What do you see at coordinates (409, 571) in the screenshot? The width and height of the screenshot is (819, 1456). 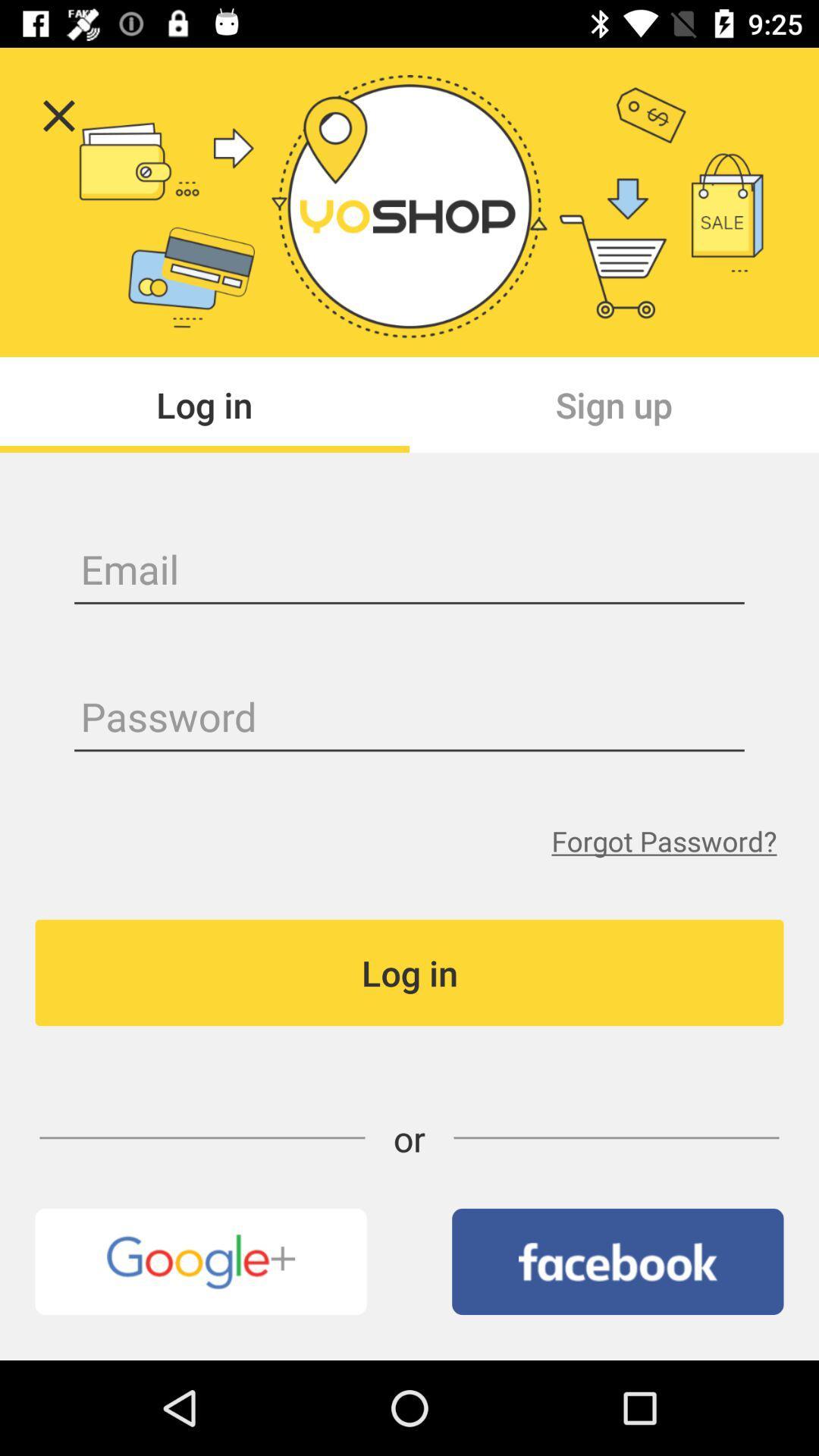 I see `your email` at bounding box center [409, 571].